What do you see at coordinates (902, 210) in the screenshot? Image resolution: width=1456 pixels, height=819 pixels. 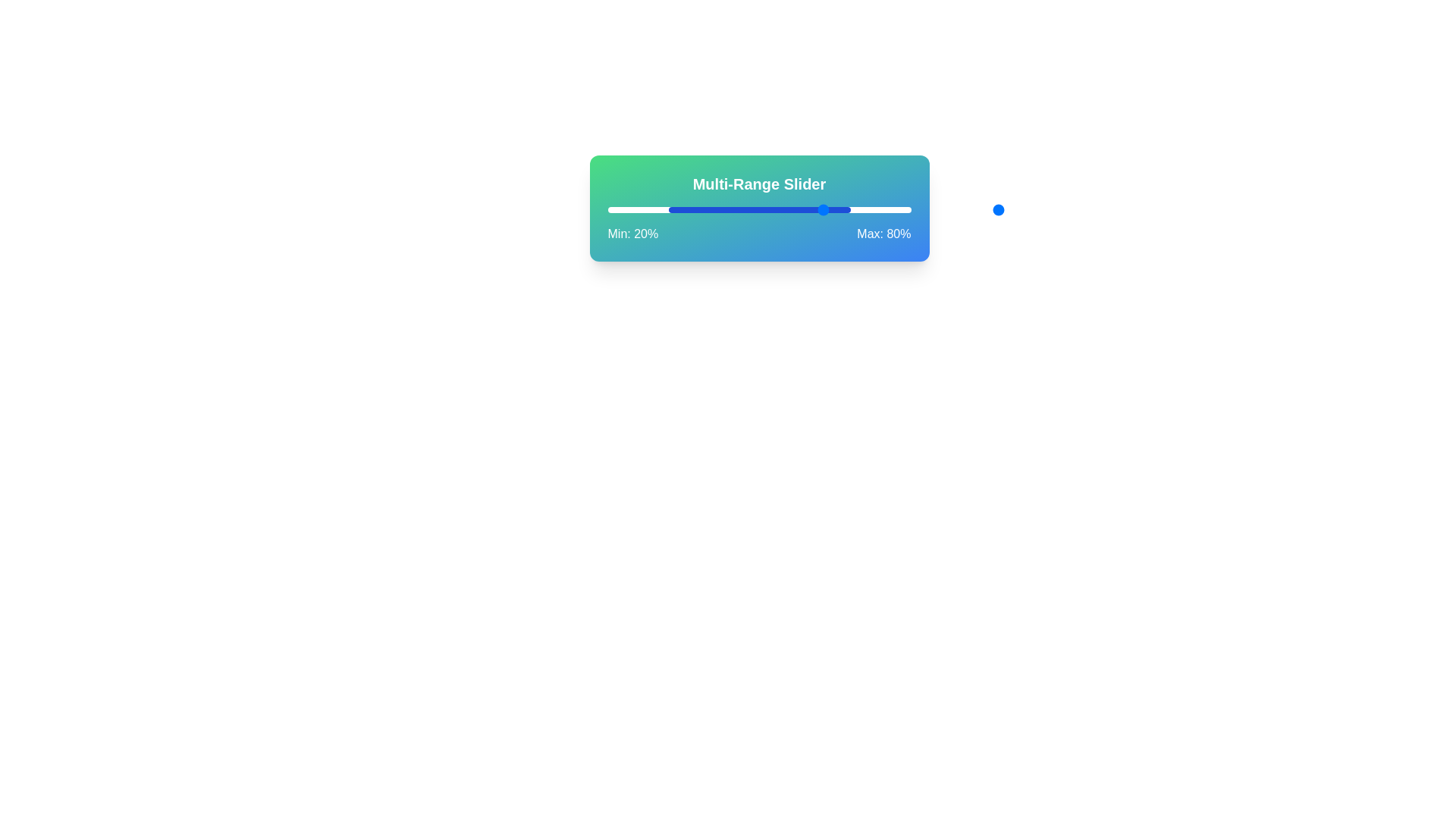 I see `the slider` at bounding box center [902, 210].